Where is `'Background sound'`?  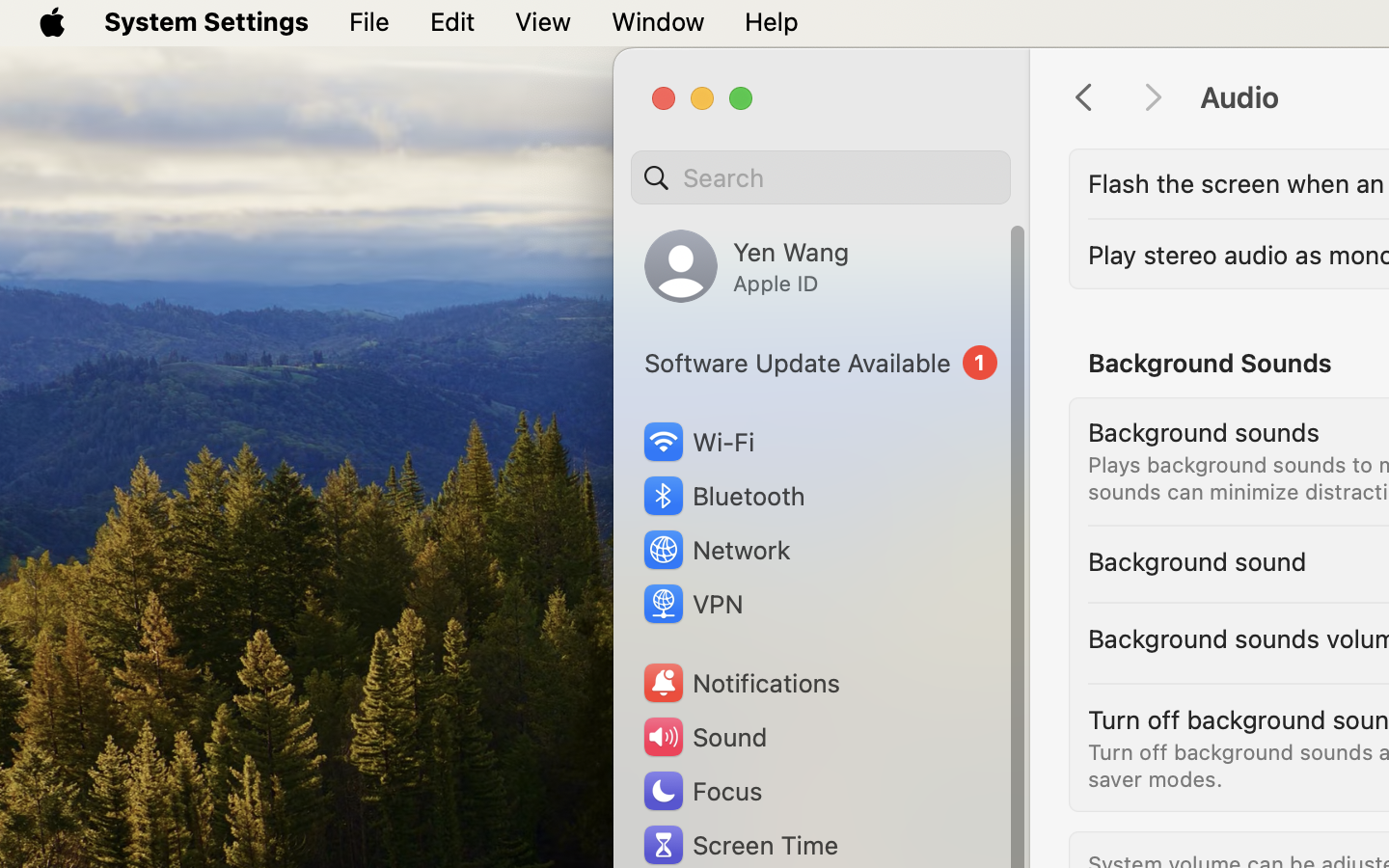 'Background sound' is located at coordinates (1195, 561).